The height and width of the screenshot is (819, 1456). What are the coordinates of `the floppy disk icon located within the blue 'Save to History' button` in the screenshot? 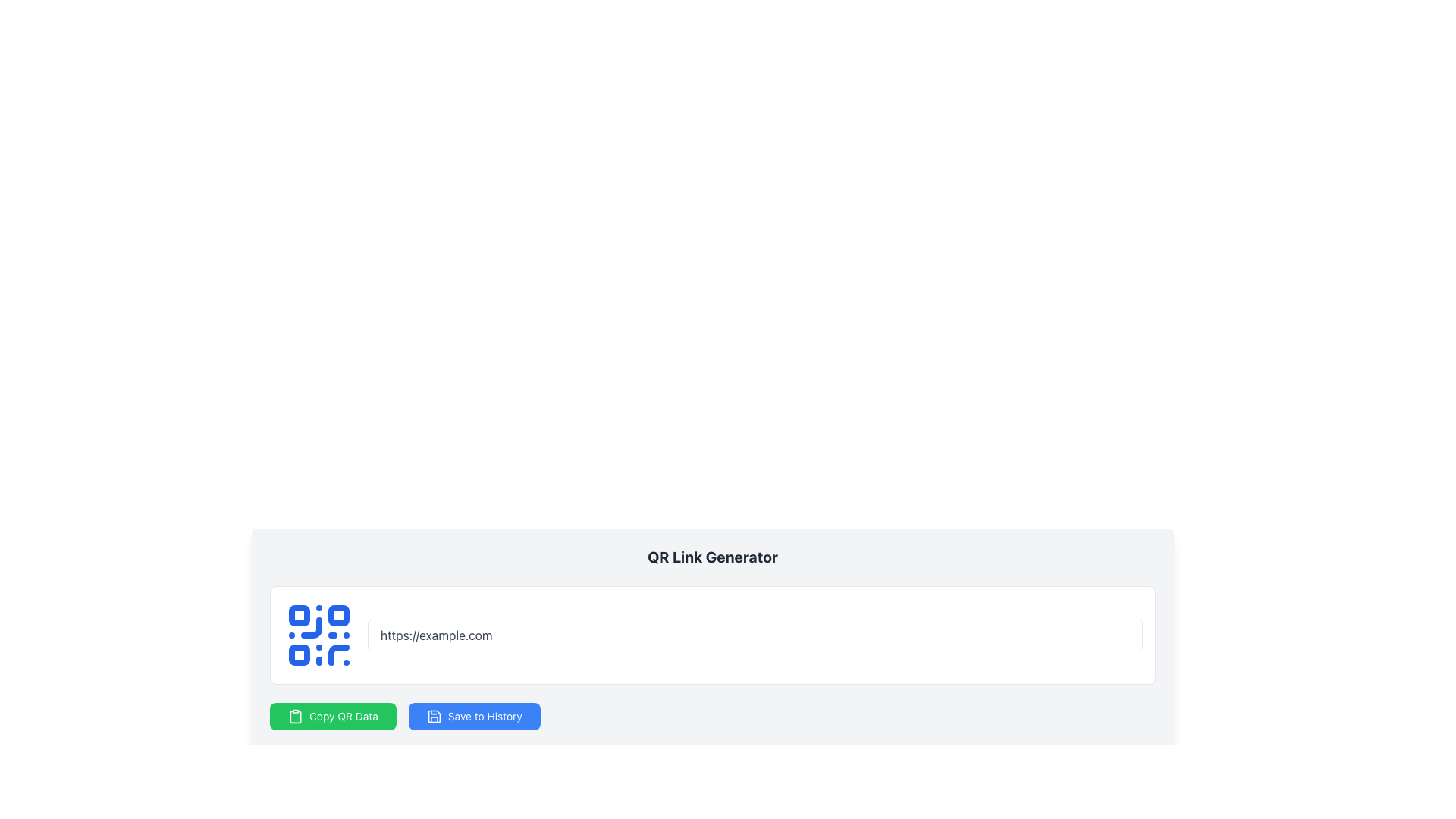 It's located at (433, 717).